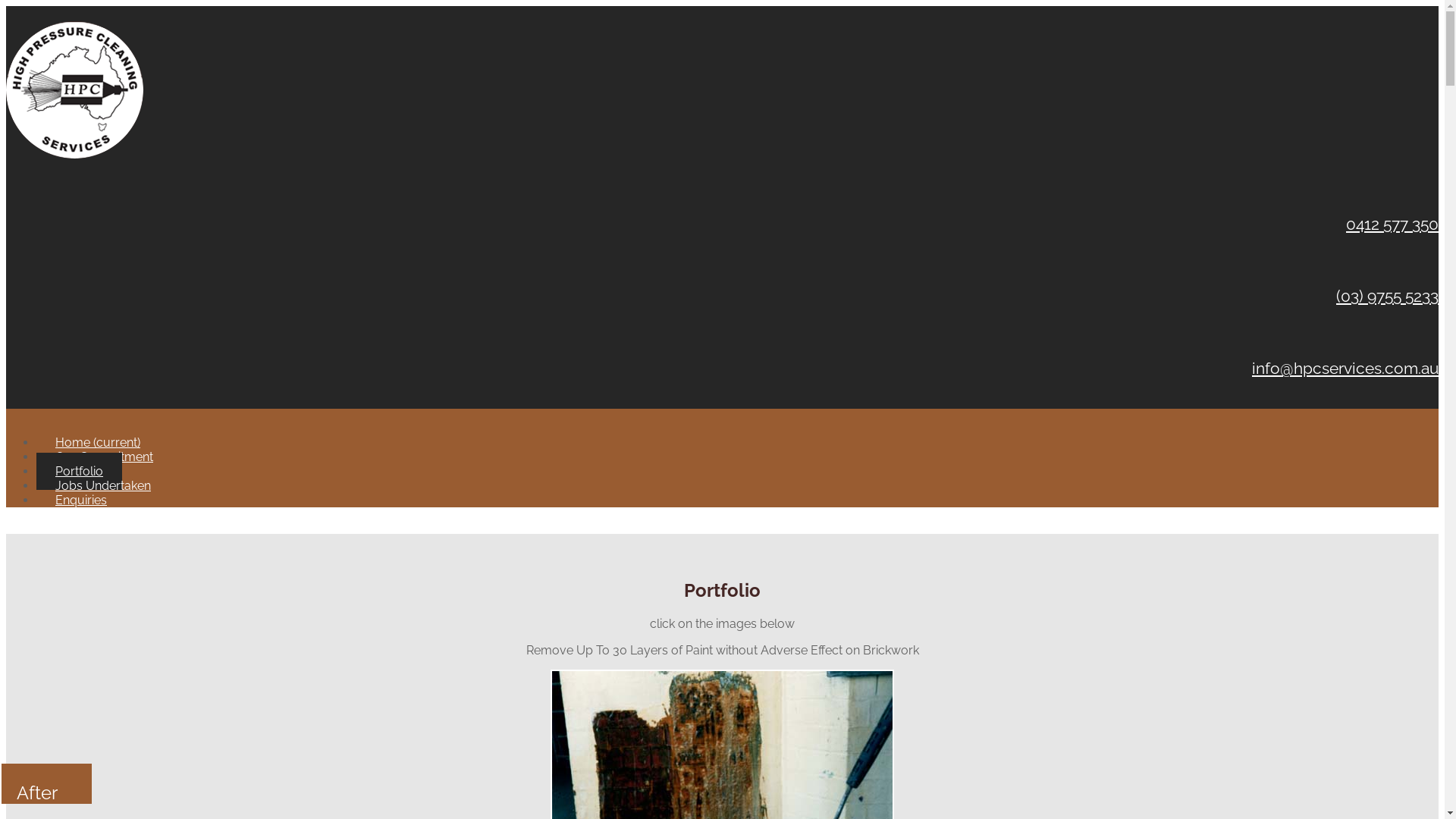 The image size is (1456, 819). Describe the element at coordinates (103, 456) in the screenshot. I see `'Our Commitment'` at that location.